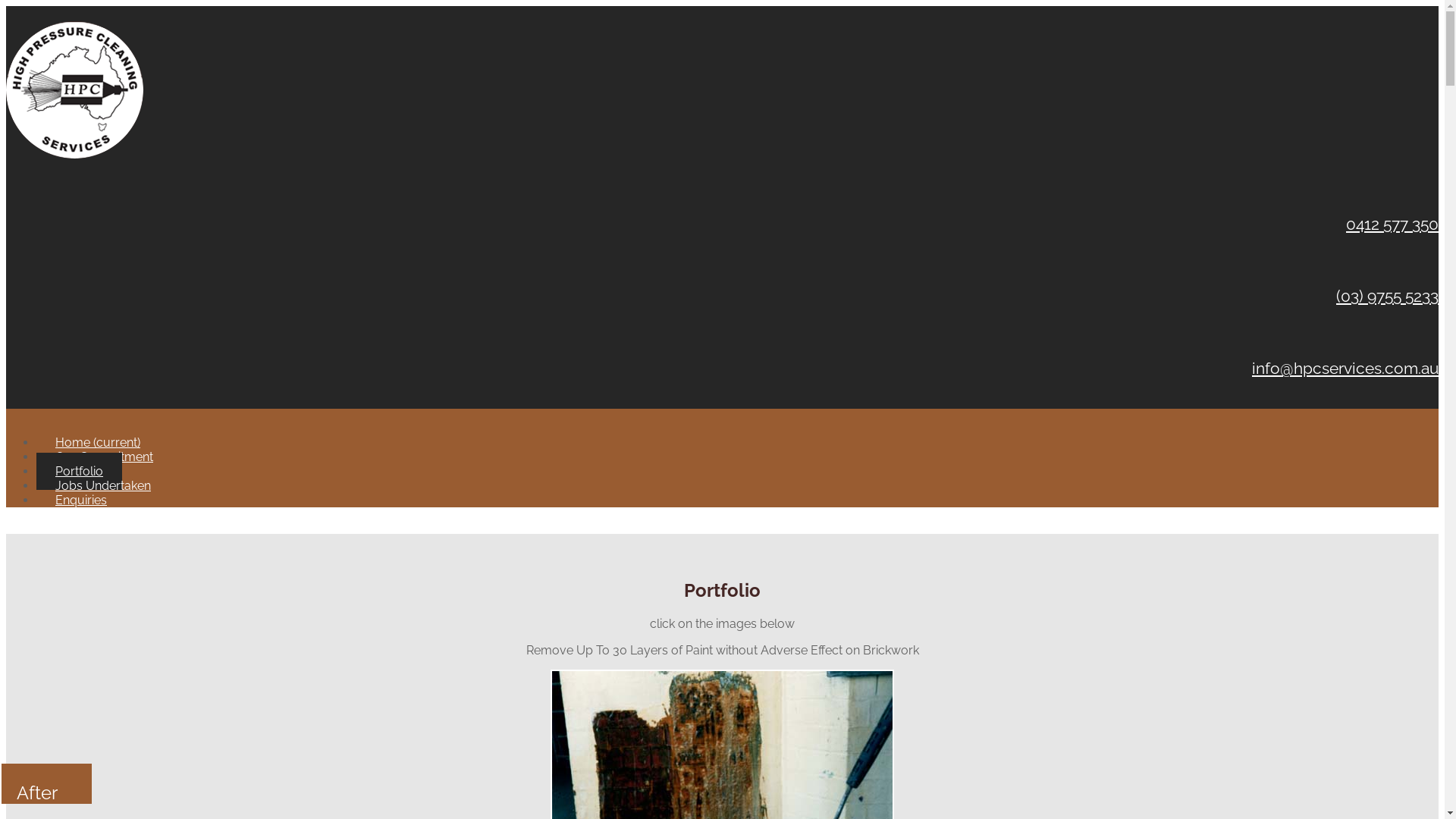 The image size is (1456, 819). Describe the element at coordinates (103, 456) in the screenshot. I see `'Our Commitment'` at that location.